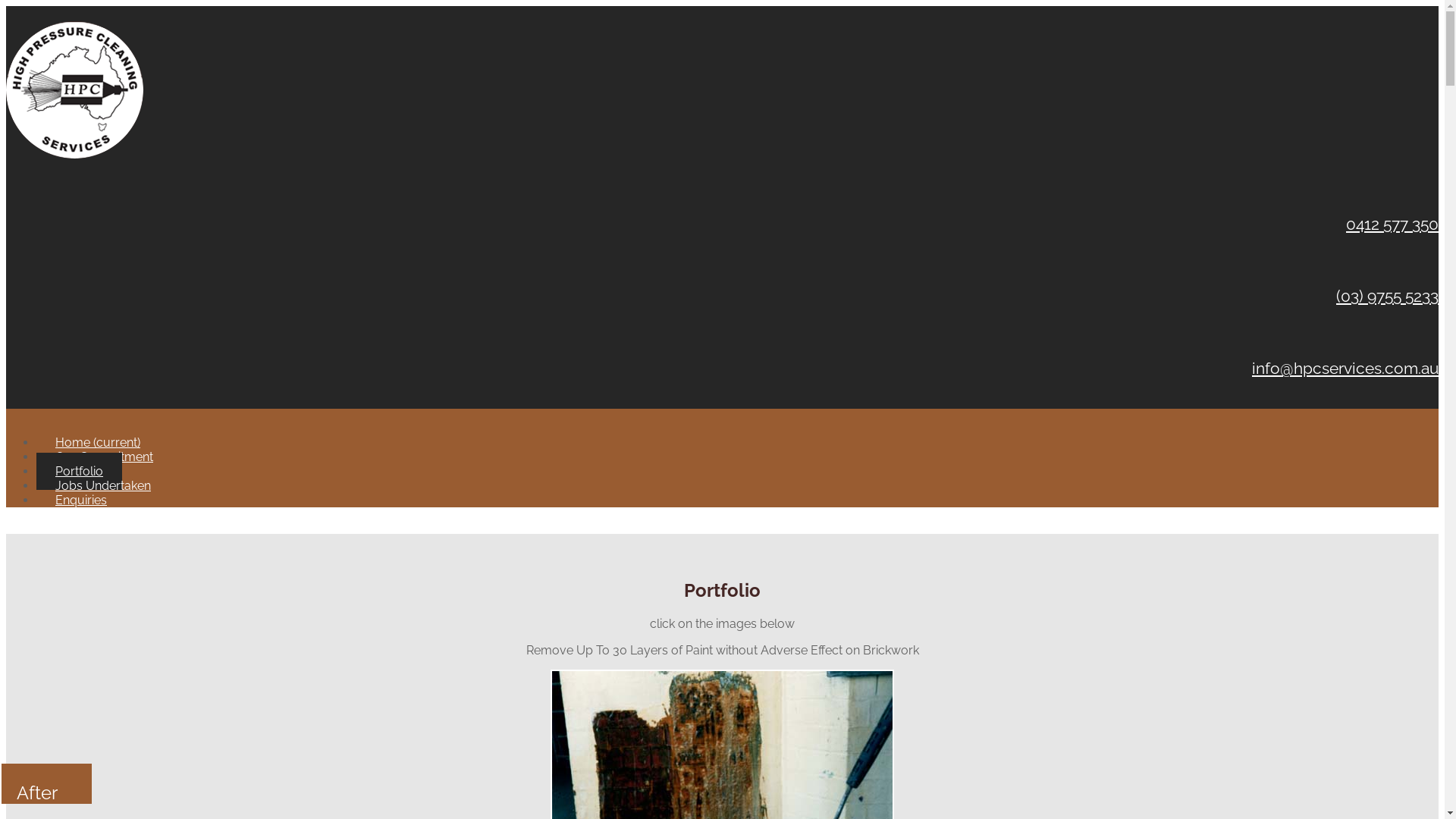 The image size is (1456, 819). Describe the element at coordinates (103, 456) in the screenshot. I see `'Our Commitment'` at that location.